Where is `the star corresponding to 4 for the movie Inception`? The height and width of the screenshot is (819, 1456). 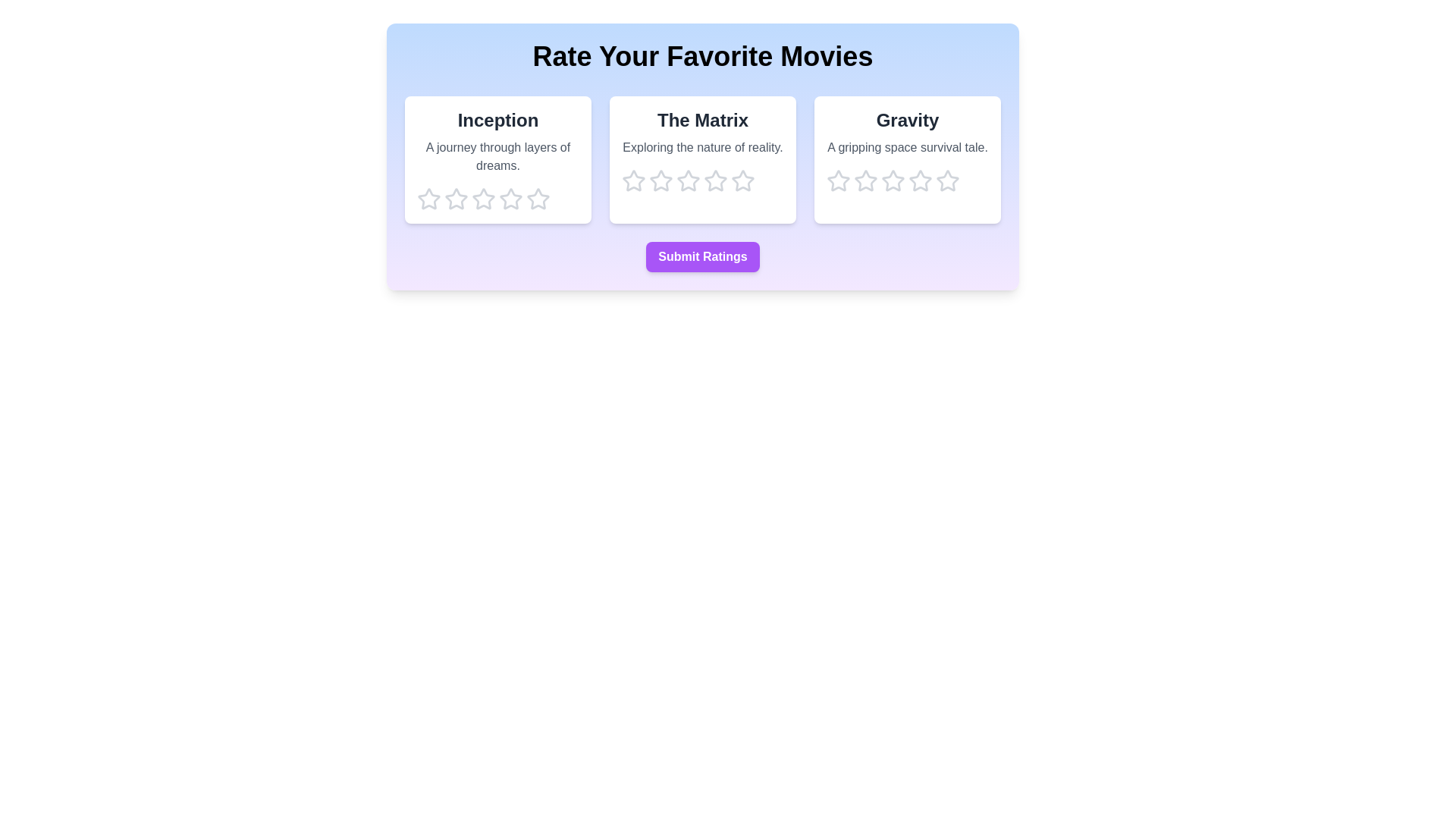 the star corresponding to 4 for the movie Inception is located at coordinates (510, 198).